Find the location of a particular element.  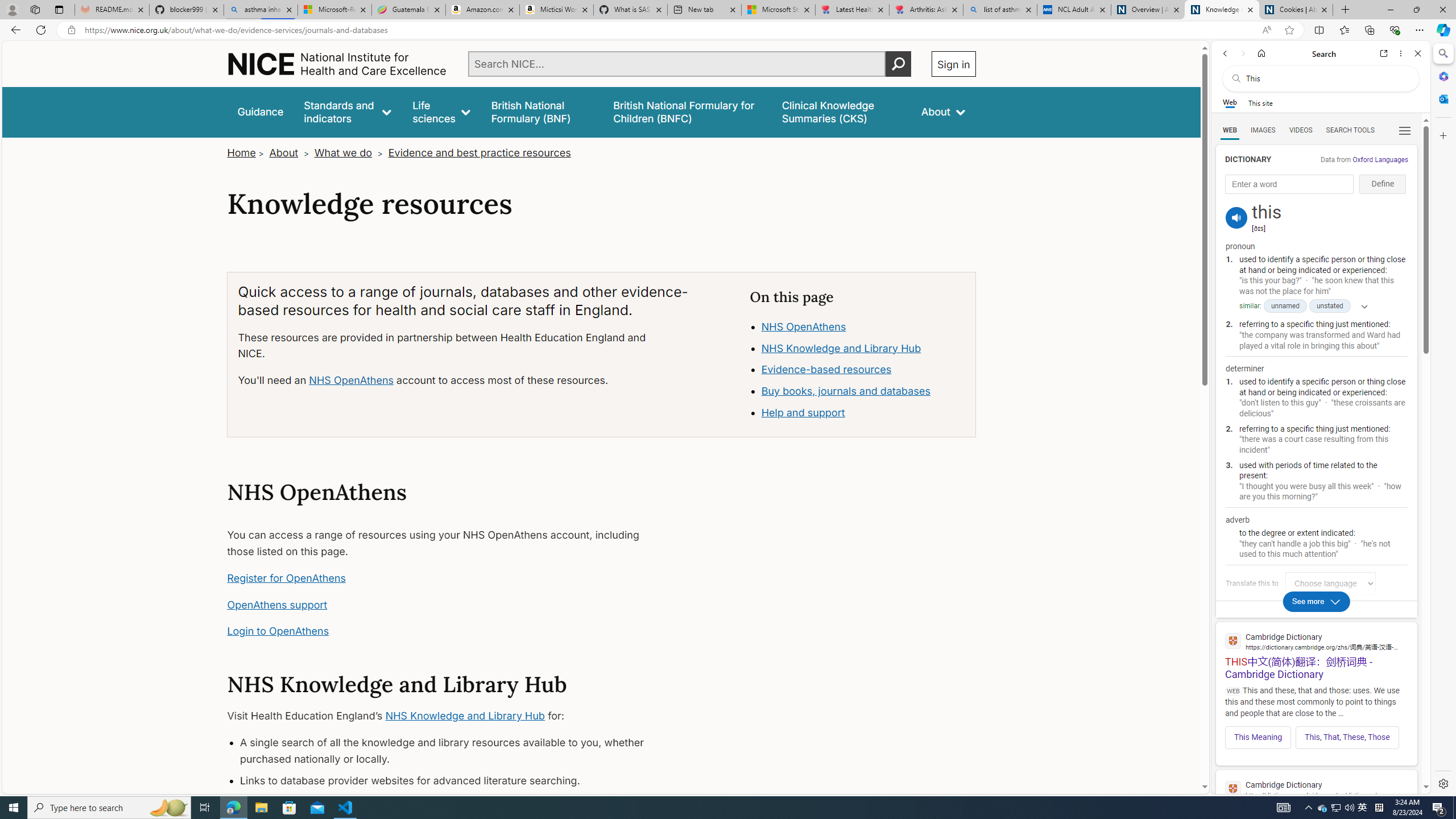

'This, That, These, Those' is located at coordinates (1347, 737).